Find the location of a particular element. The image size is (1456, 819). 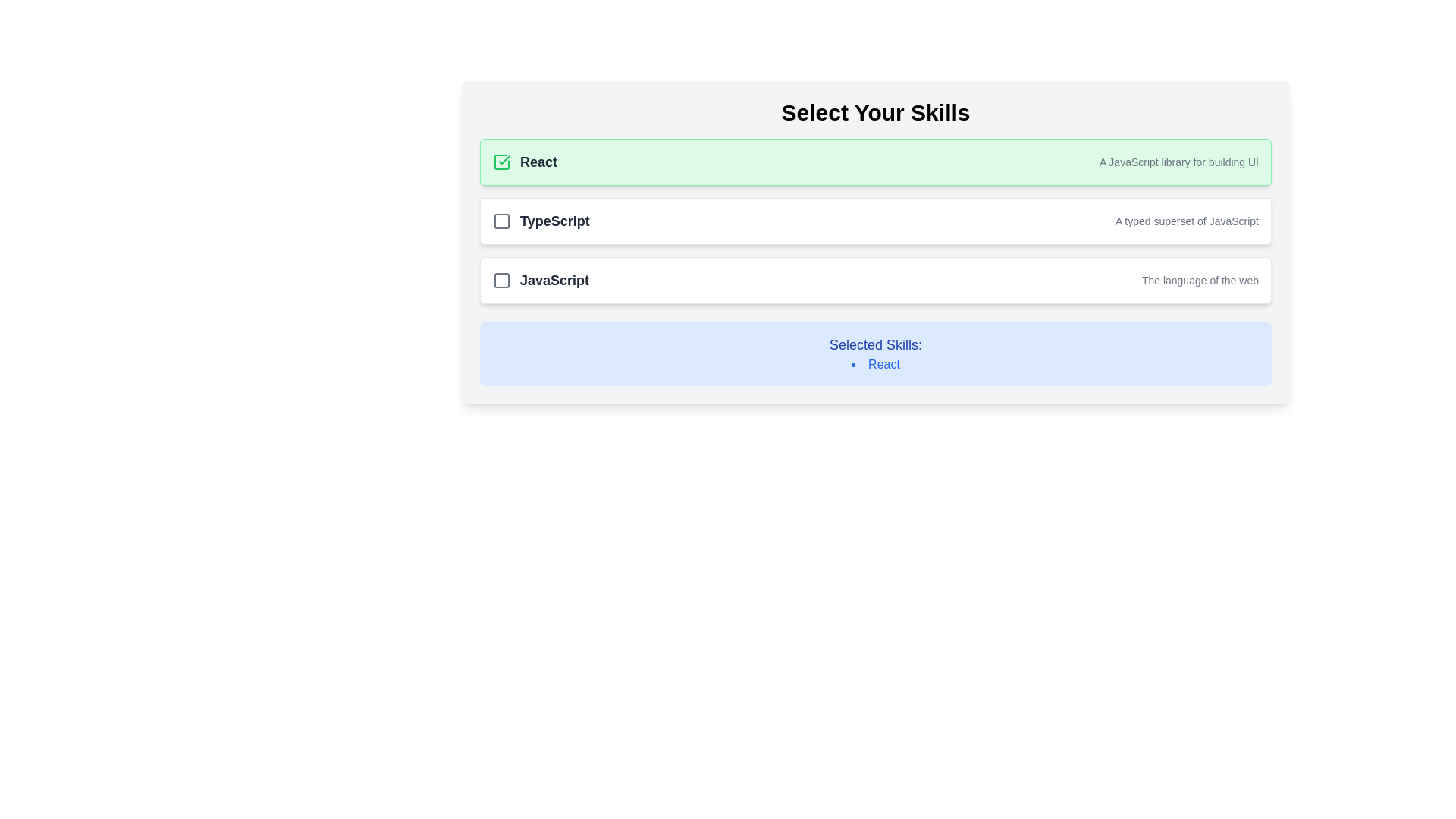

the Checkbox icon, which is a gray square with rounded corners located to the left of the 'JavaScript' label is located at coordinates (502, 281).